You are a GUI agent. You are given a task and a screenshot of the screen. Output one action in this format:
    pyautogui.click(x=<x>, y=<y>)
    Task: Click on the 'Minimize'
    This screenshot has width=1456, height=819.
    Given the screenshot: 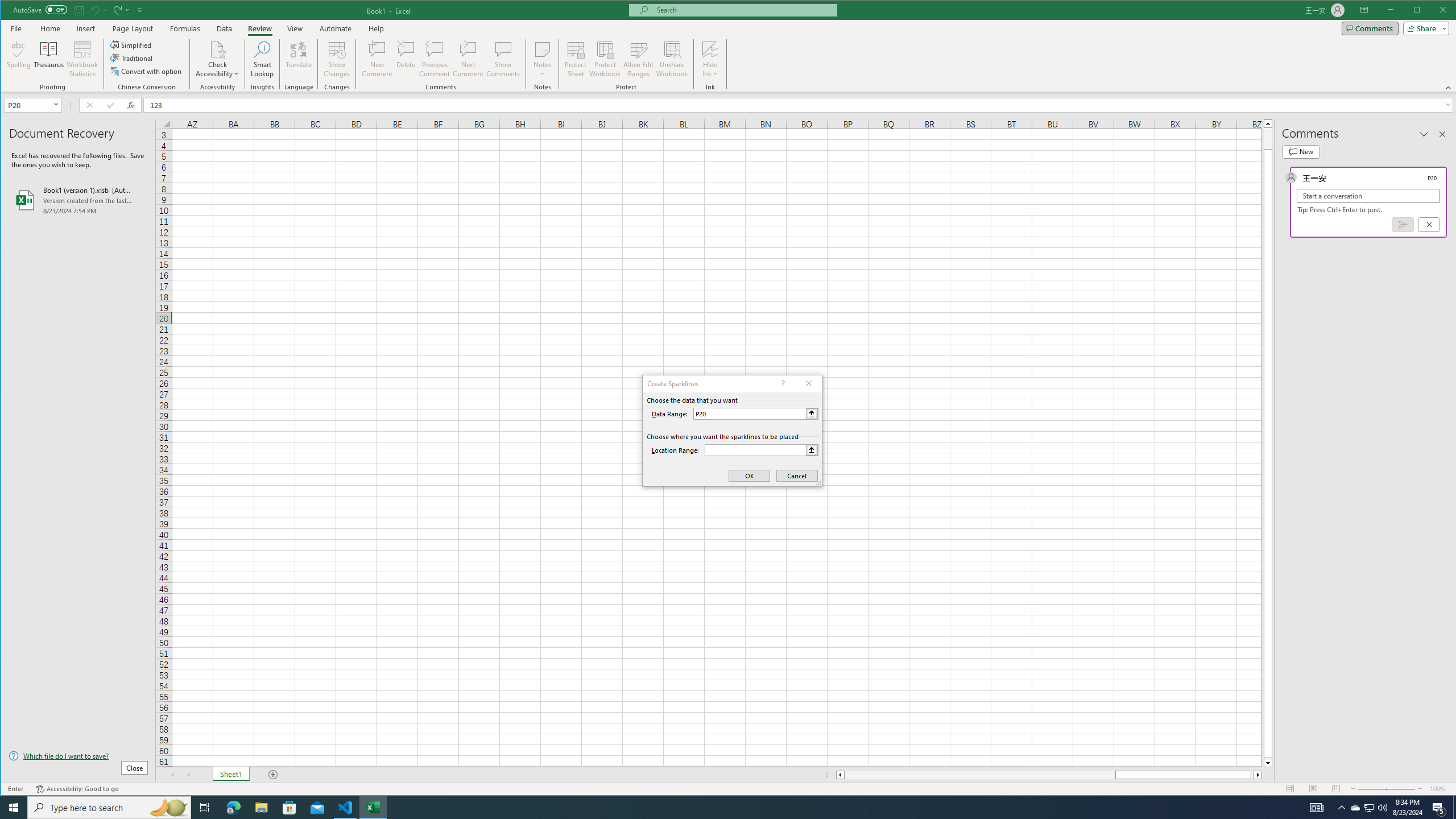 What is the action you would take?
    pyautogui.click(x=1420, y=11)
    